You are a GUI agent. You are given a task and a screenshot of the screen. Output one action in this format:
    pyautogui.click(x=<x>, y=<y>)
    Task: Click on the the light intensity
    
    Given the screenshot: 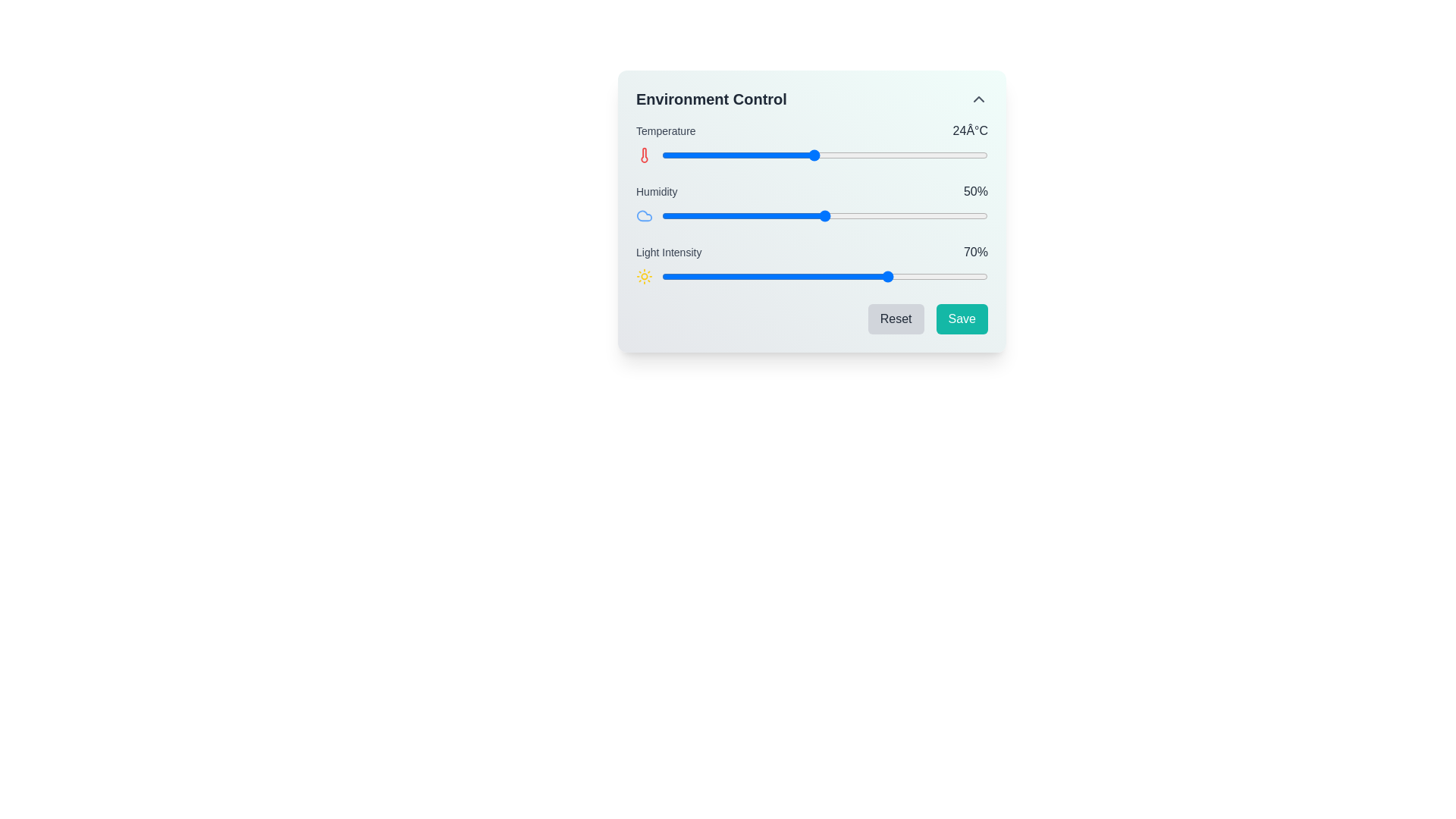 What is the action you would take?
    pyautogui.click(x=674, y=277)
    